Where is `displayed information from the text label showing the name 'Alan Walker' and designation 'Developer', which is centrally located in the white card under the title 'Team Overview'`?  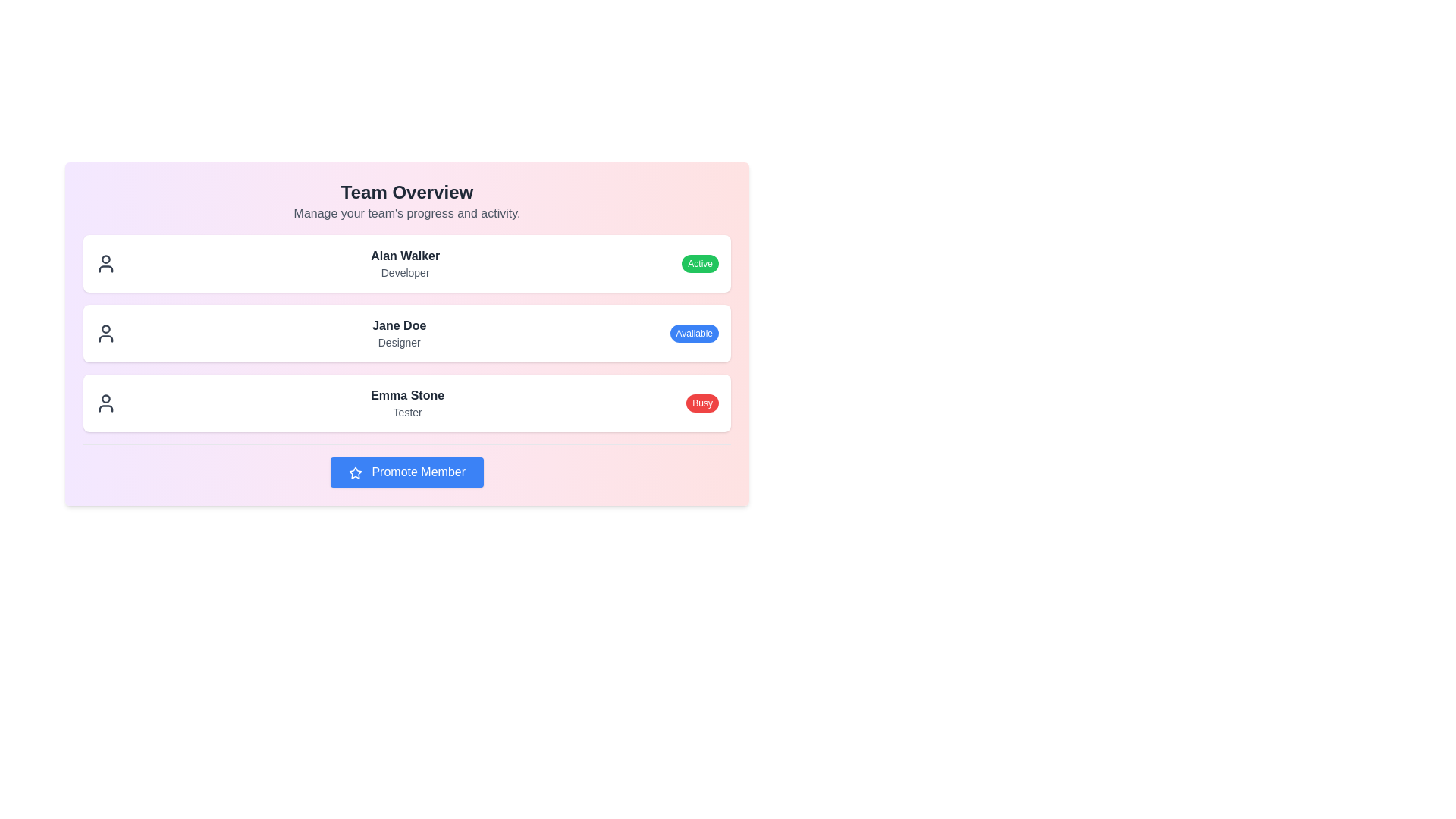 displayed information from the text label showing the name 'Alan Walker' and designation 'Developer', which is centrally located in the white card under the title 'Team Overview' is located at coordinates (405, 262).